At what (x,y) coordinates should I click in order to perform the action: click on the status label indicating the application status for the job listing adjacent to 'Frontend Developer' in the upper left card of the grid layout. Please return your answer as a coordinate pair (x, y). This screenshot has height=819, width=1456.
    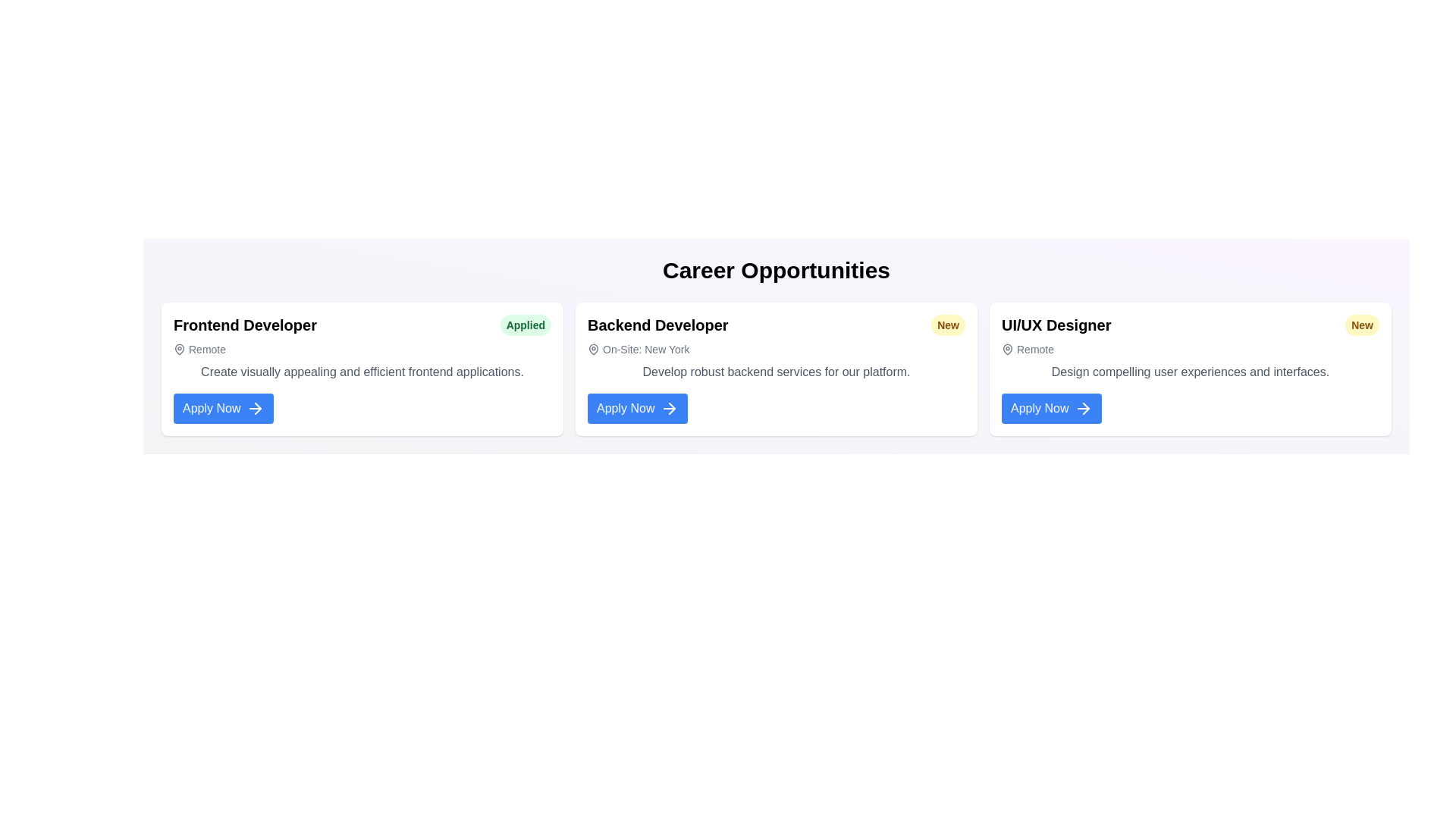
    Looking at the image, I should click on (526, 324).